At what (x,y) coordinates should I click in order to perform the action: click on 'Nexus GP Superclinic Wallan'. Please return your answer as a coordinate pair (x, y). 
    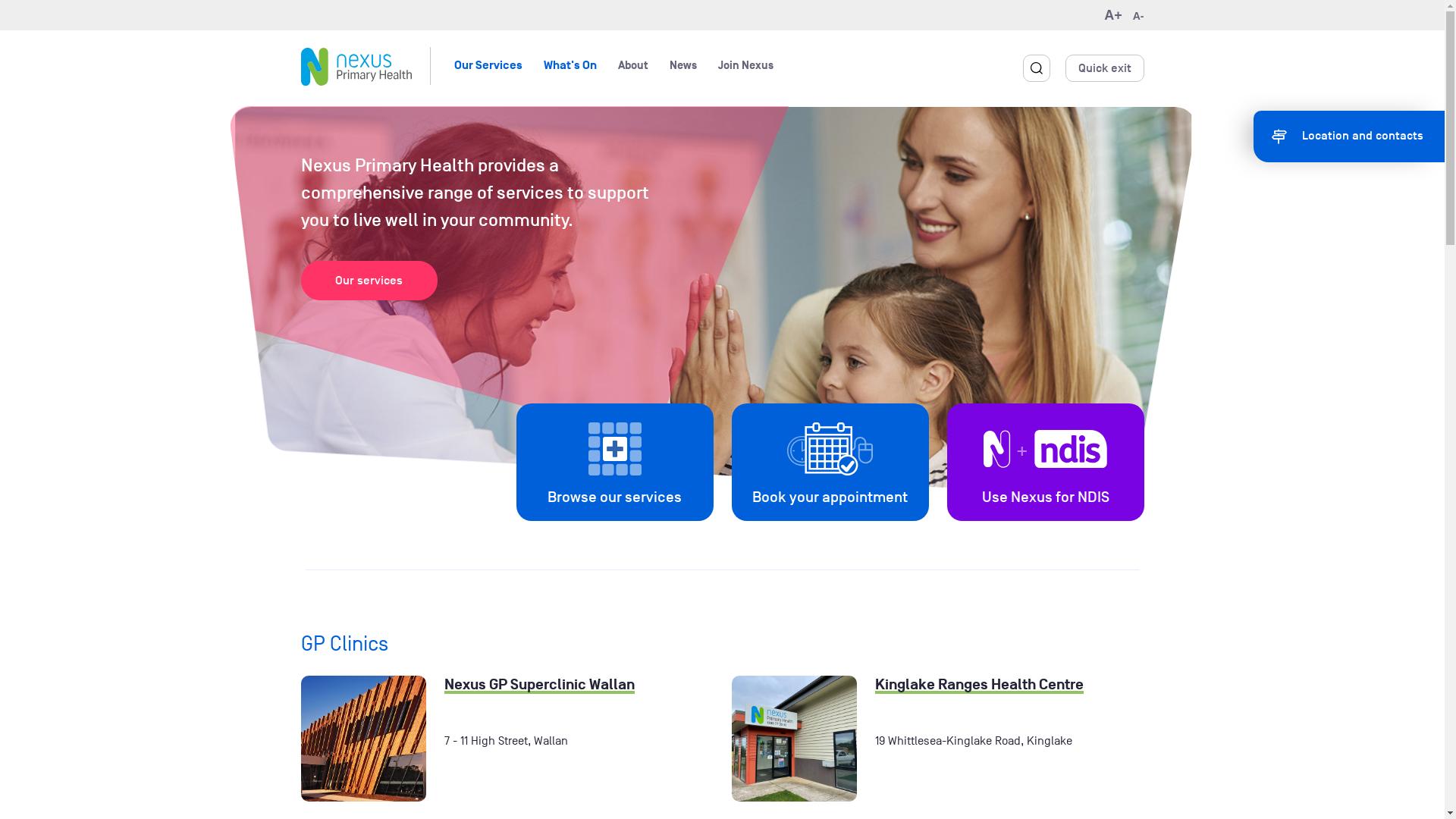
    Looking at the image, I should click on (539, 684).